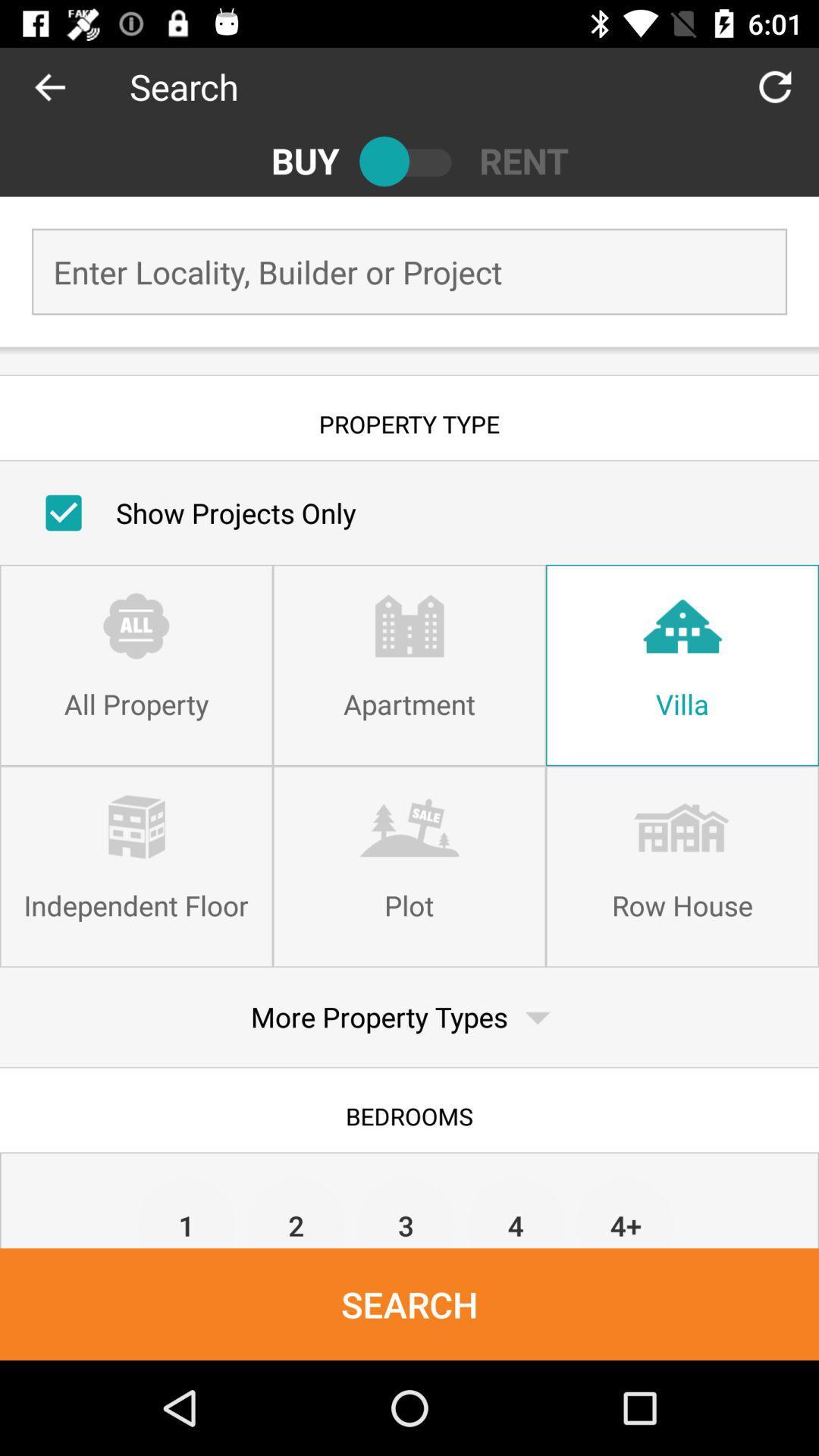  I want to click on item next to the 2 item, so click(405, 1211).